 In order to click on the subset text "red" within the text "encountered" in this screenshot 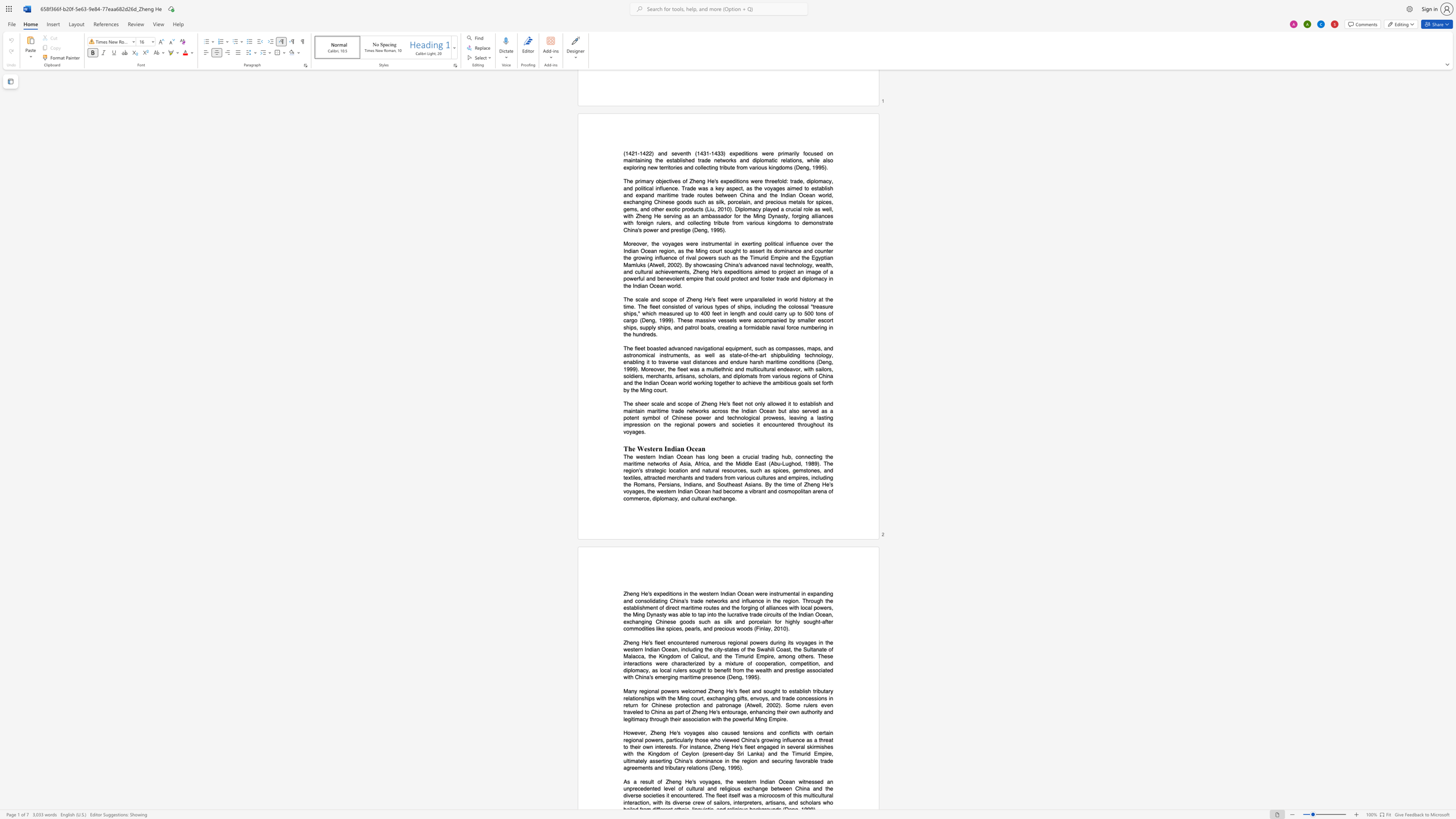, I will do `click(691, 642)`.